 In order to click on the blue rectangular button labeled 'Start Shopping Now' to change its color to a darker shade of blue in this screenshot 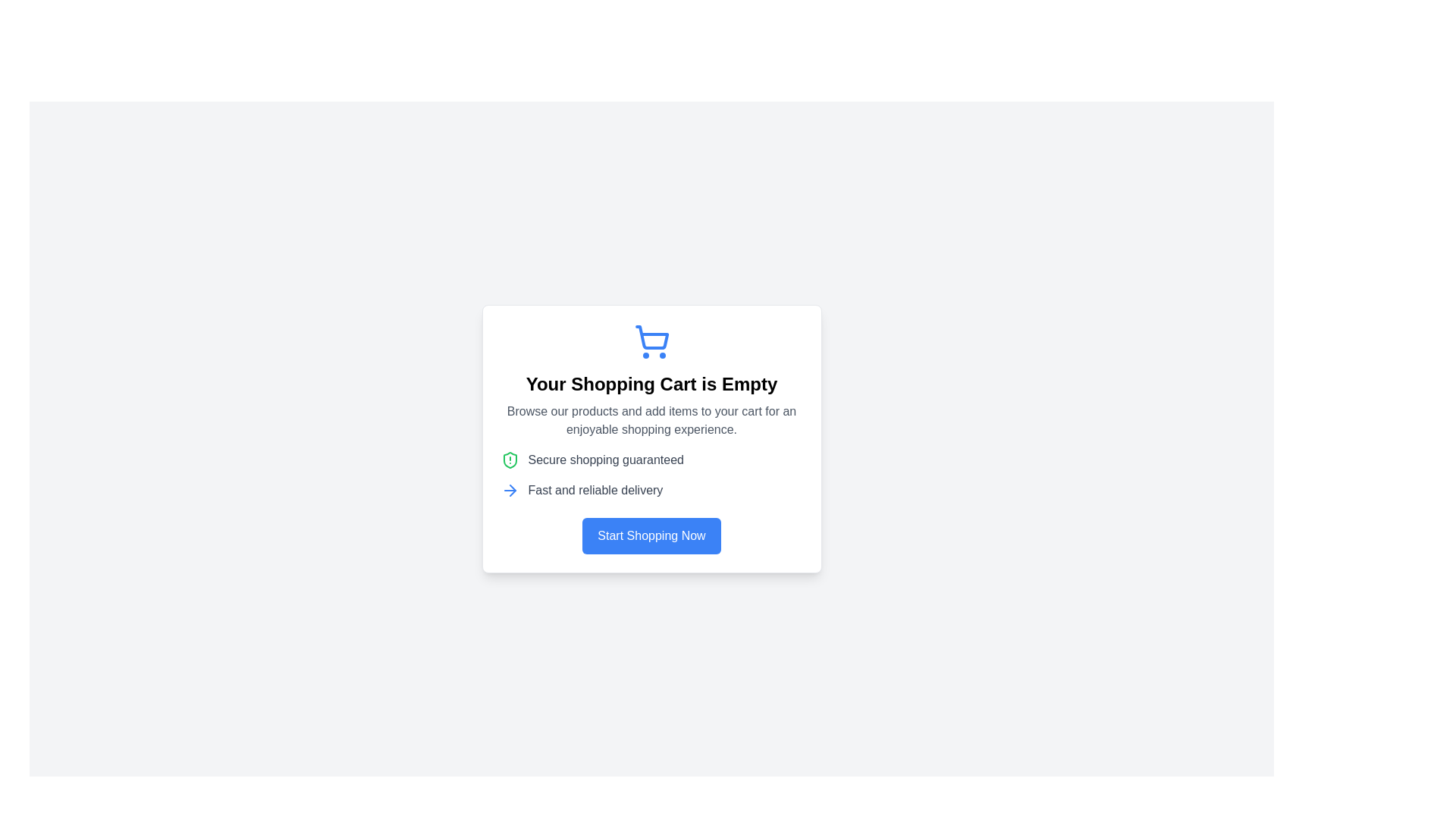, I will do `click(651, 535)`.